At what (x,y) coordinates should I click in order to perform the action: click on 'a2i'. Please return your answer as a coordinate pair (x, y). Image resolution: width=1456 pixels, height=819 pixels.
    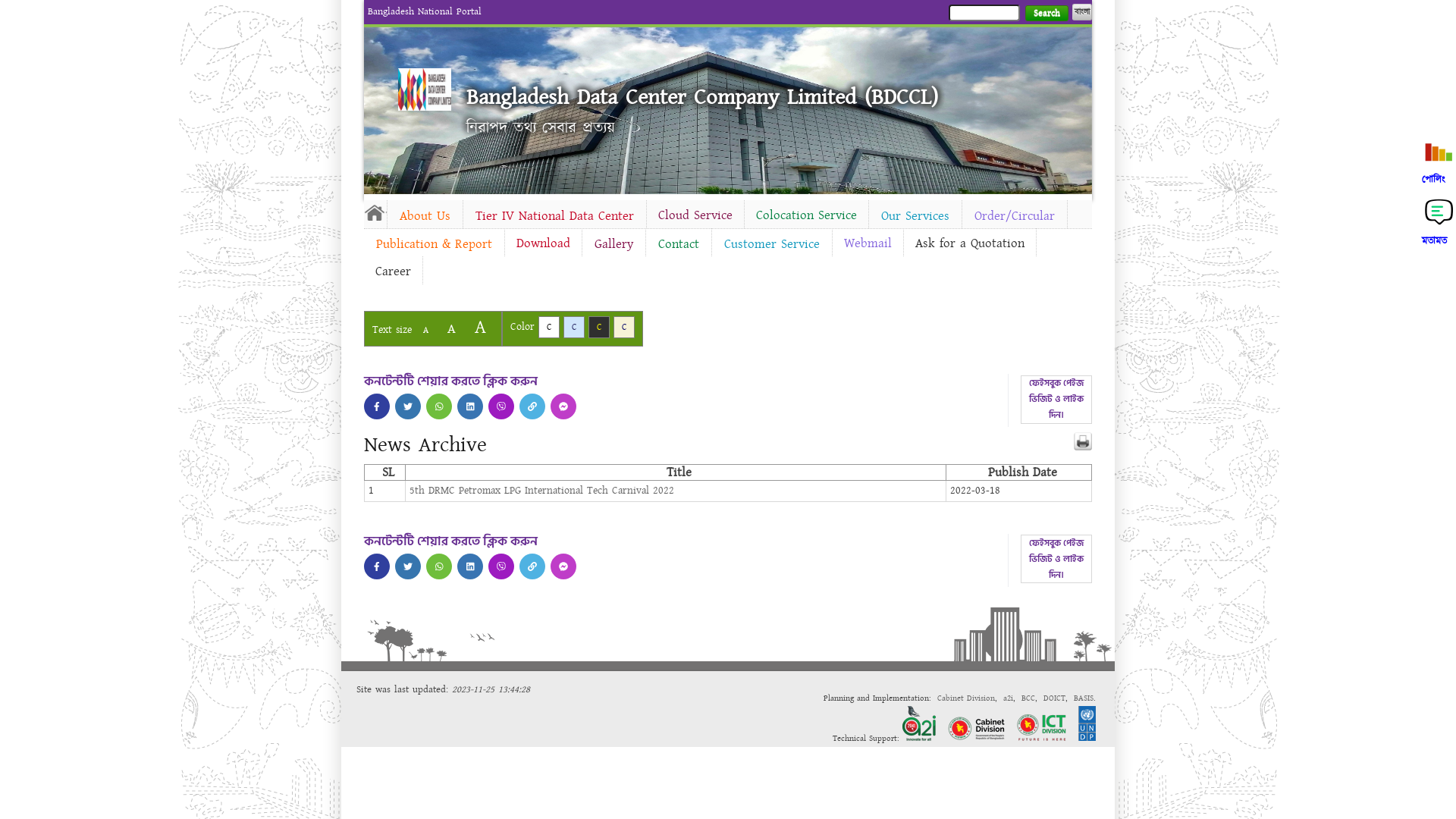
    Looking at the image, I should click on (1008, 698).